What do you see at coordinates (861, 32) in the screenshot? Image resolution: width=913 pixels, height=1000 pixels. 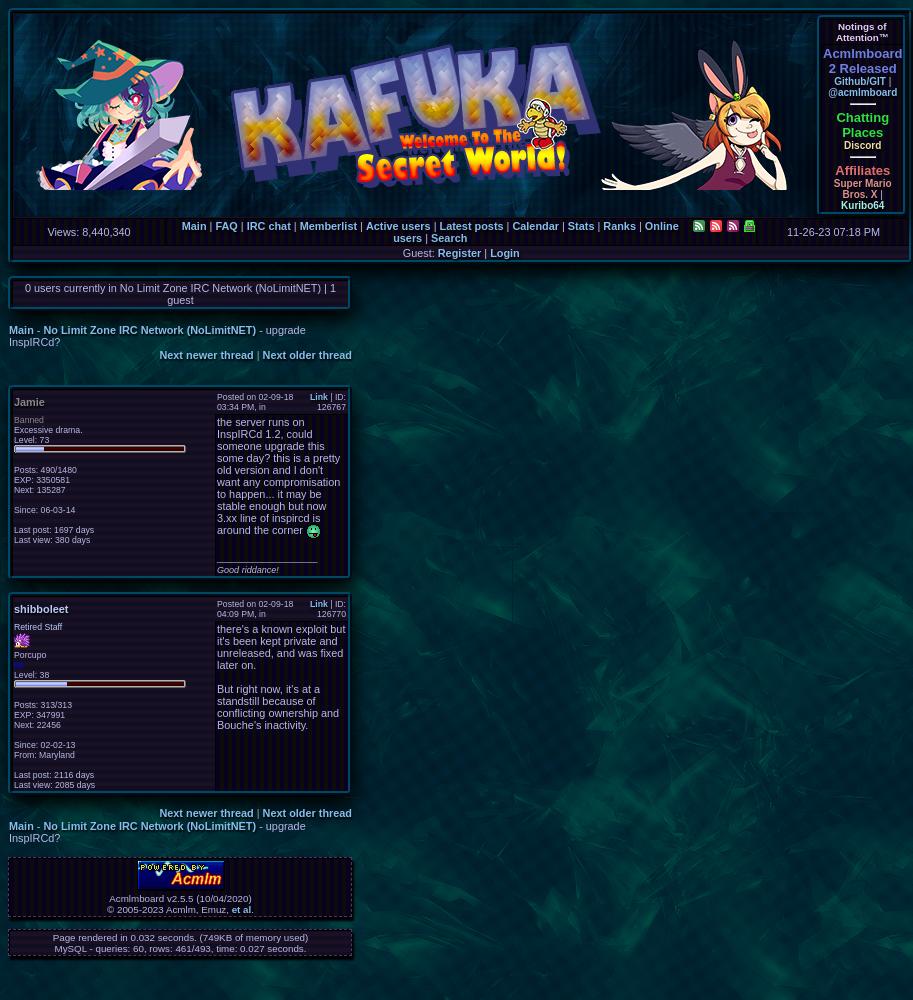 I see `'Notings of Attention™'` at bounding box center [861, 32].